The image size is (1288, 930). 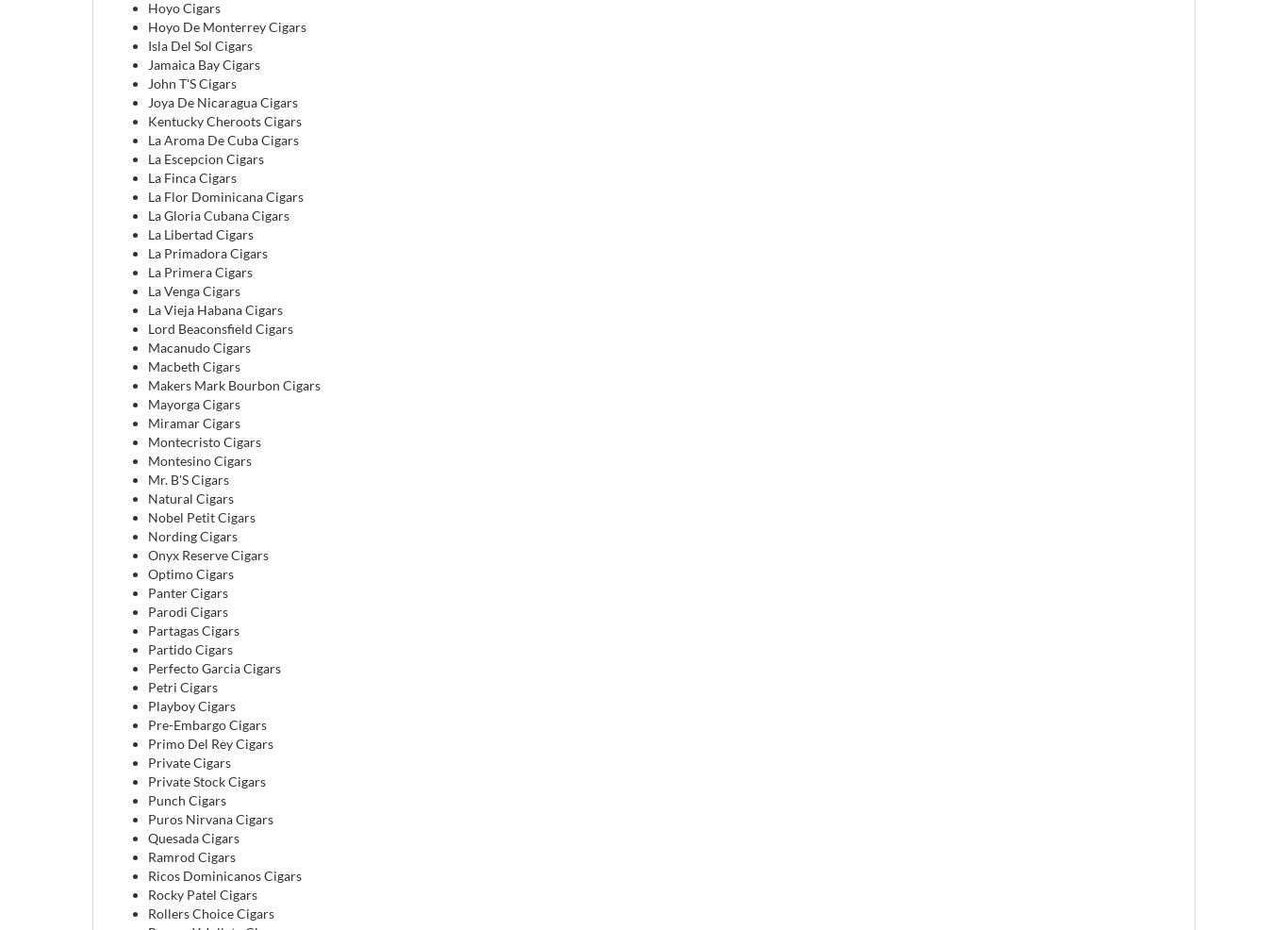 I want to click on 'La Vieja Habana Cigars', so click(x=215, y=308).